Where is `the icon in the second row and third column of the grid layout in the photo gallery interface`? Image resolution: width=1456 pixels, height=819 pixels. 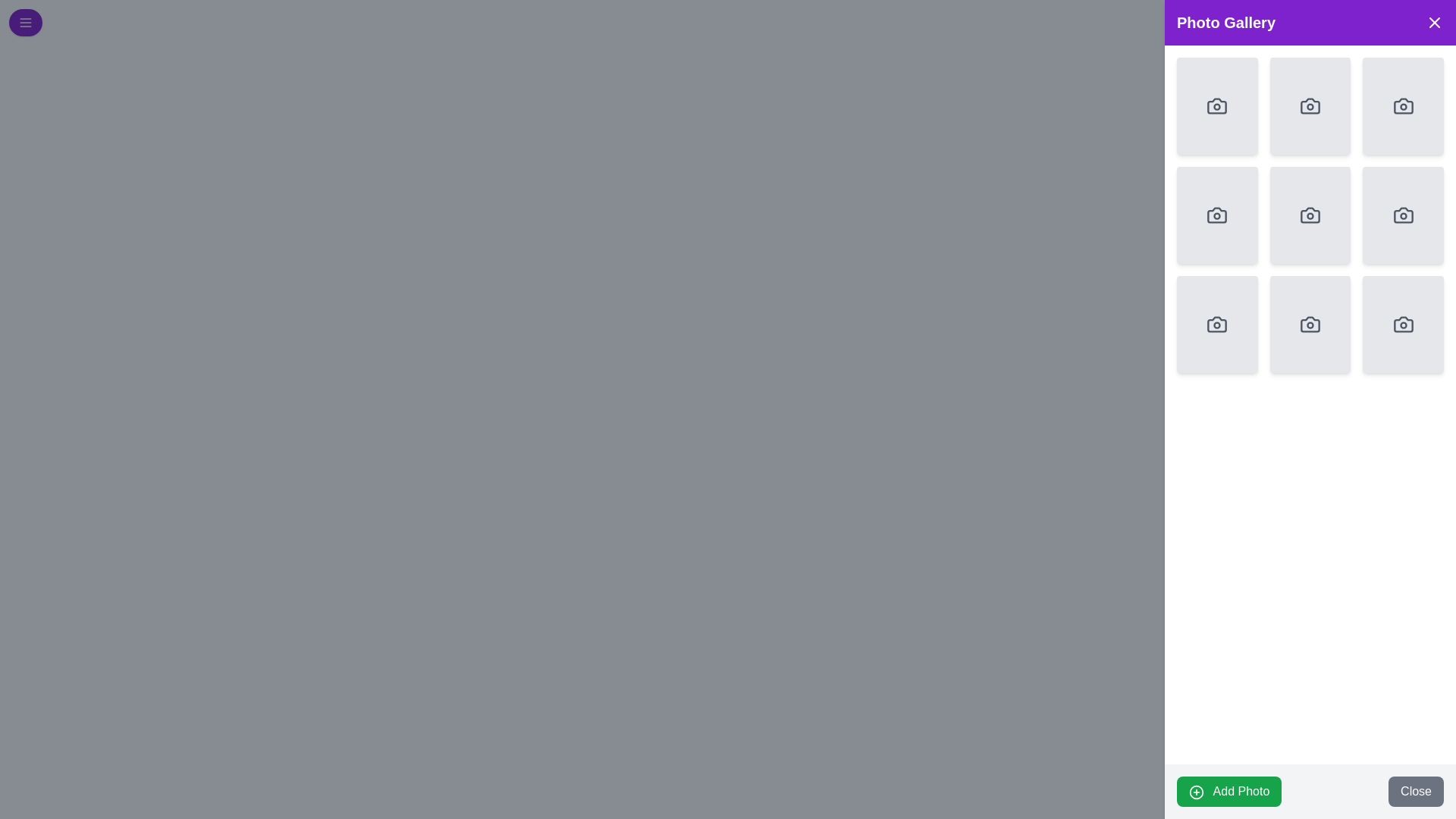
the icon in the second row and third column of the grid layout in the photo gallery interface is located at coordinates (1216, 215).